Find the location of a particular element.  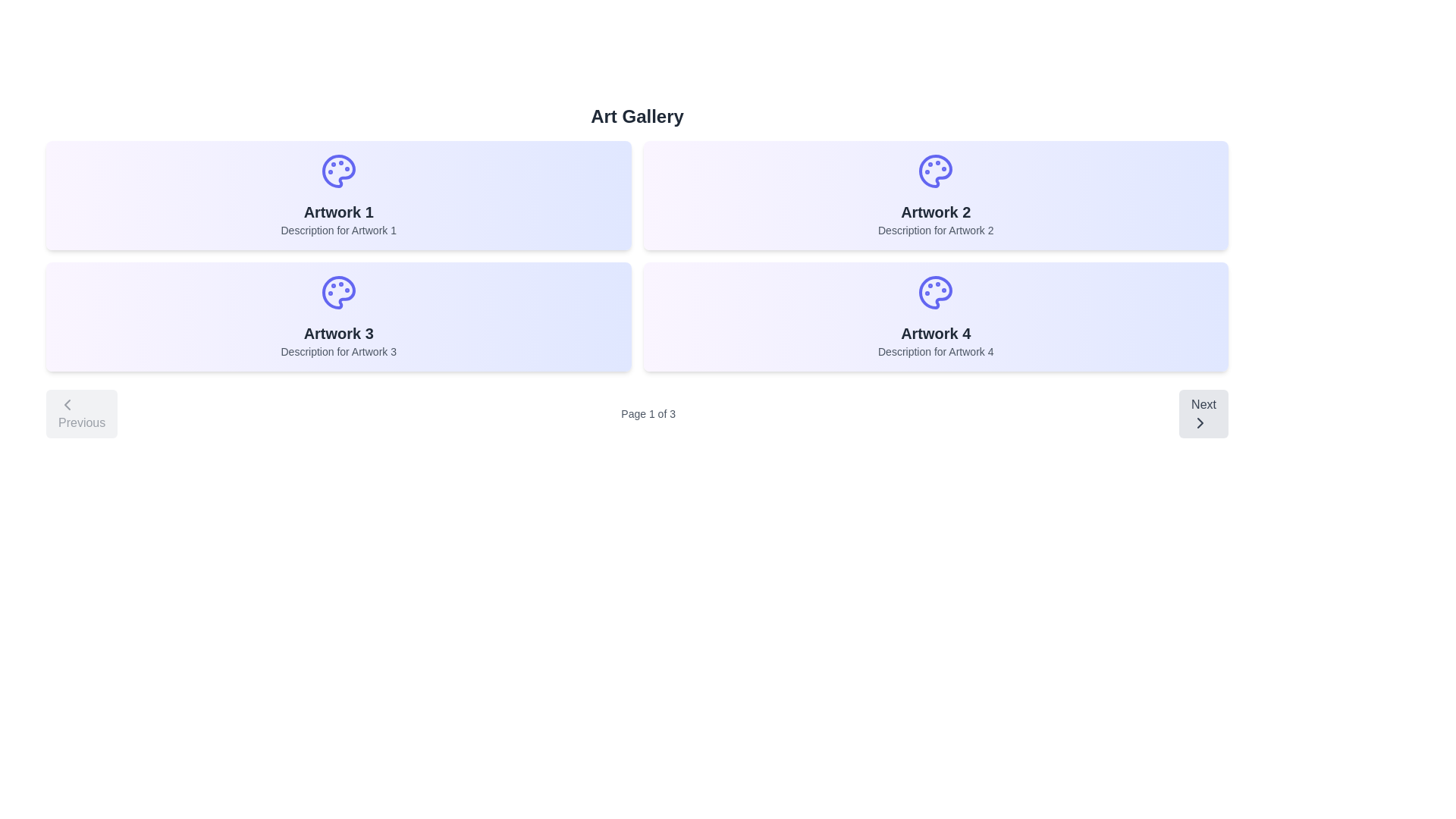

text label that displays 'Artwork 1', which is styled in bold and centered within the section titled 'Artwork 1 Description for Artwork 1' is located at coordinates (337, 212).